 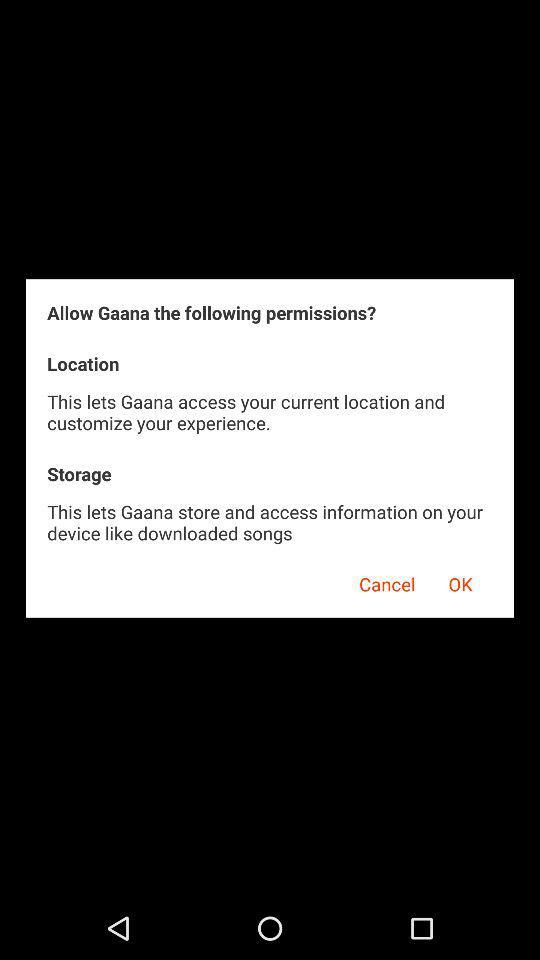 I want to click on app below the this lets gaana icon, so click(x=380, y=581).